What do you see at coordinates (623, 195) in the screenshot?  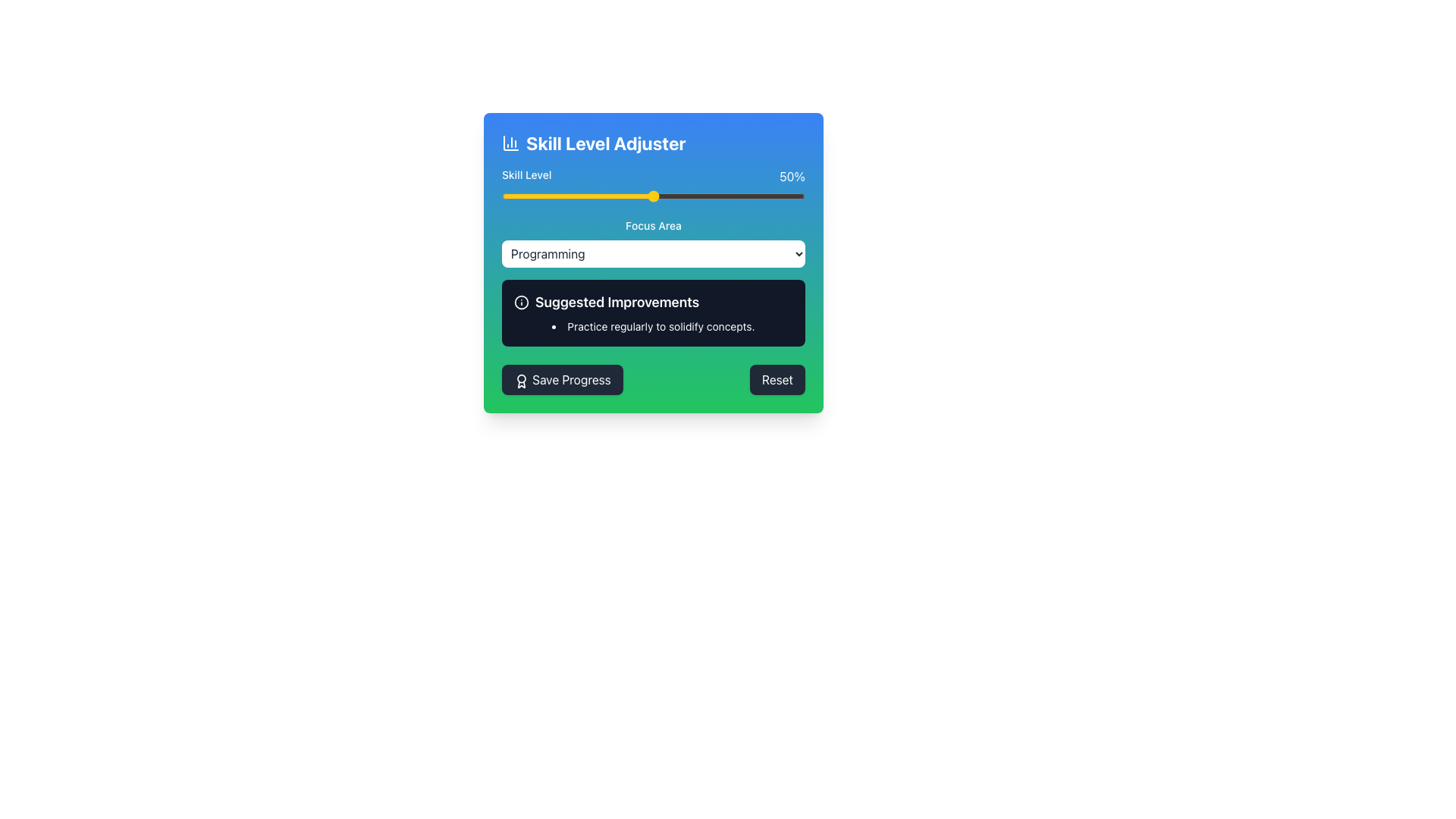 I see `the skill level` at bounding box center [623, 195].